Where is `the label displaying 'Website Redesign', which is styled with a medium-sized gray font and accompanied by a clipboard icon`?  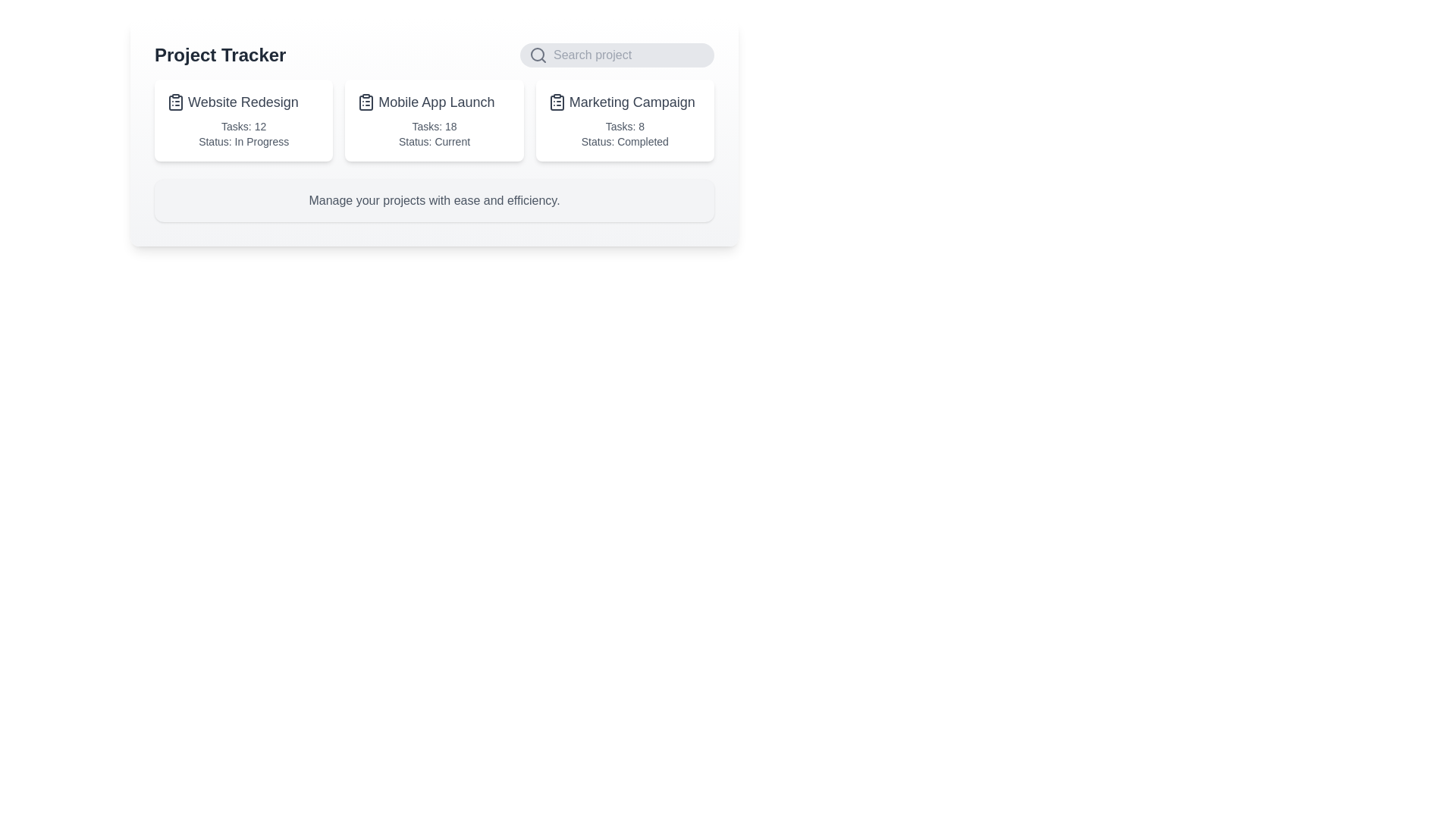 the label displaying 'Website Redesign', which is styled with a medium-sized gray font and accompanied by a clipboard icon is located at coordinates (243, 102).